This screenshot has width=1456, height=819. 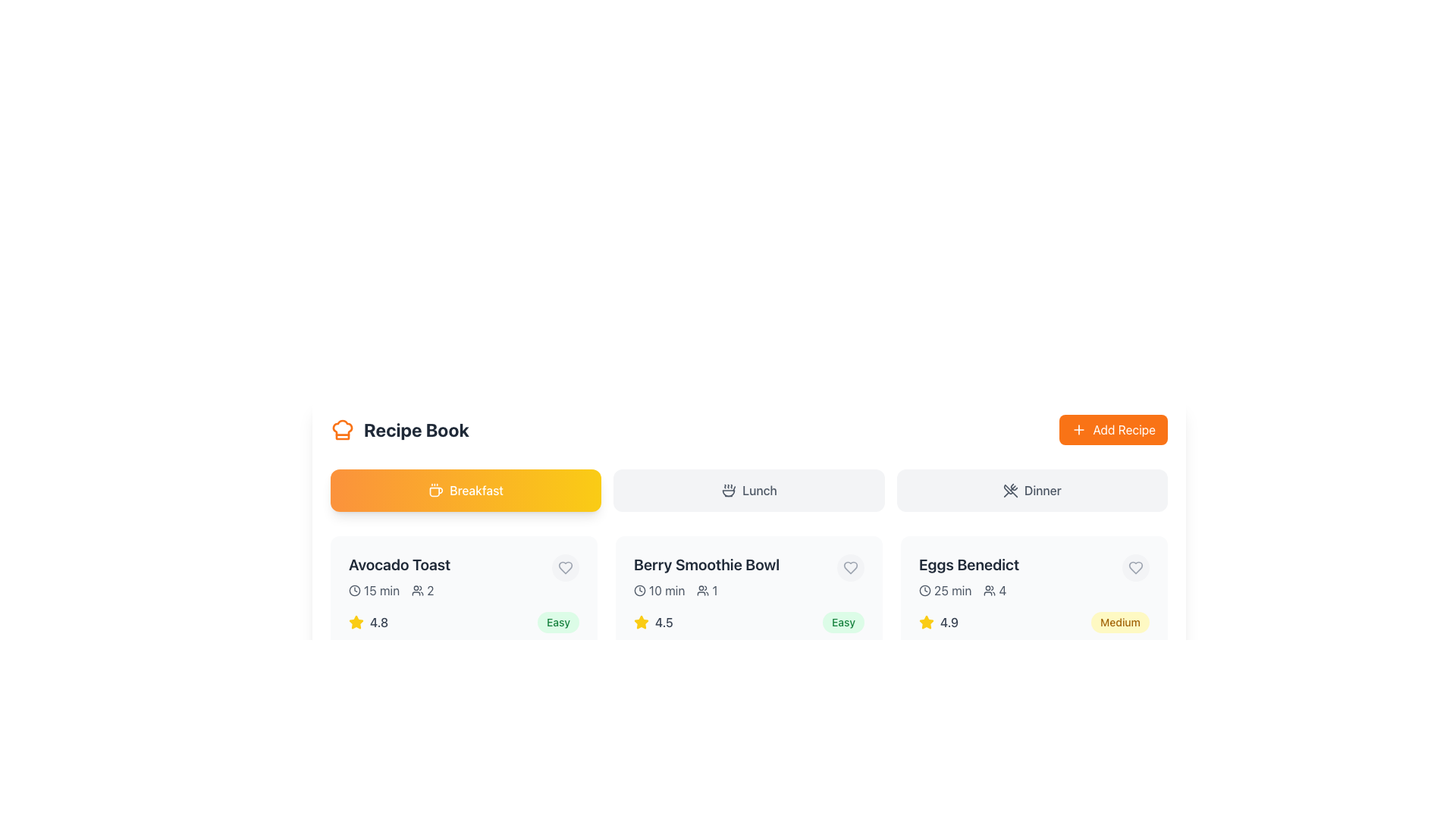 I want to click on the text label that indicates the preparation or cooking time for the 'Avocado Toast' recipe, which is located within the card for 'Avocado Toast' under the 'Breakfast' category, so click(x=381, y=590).